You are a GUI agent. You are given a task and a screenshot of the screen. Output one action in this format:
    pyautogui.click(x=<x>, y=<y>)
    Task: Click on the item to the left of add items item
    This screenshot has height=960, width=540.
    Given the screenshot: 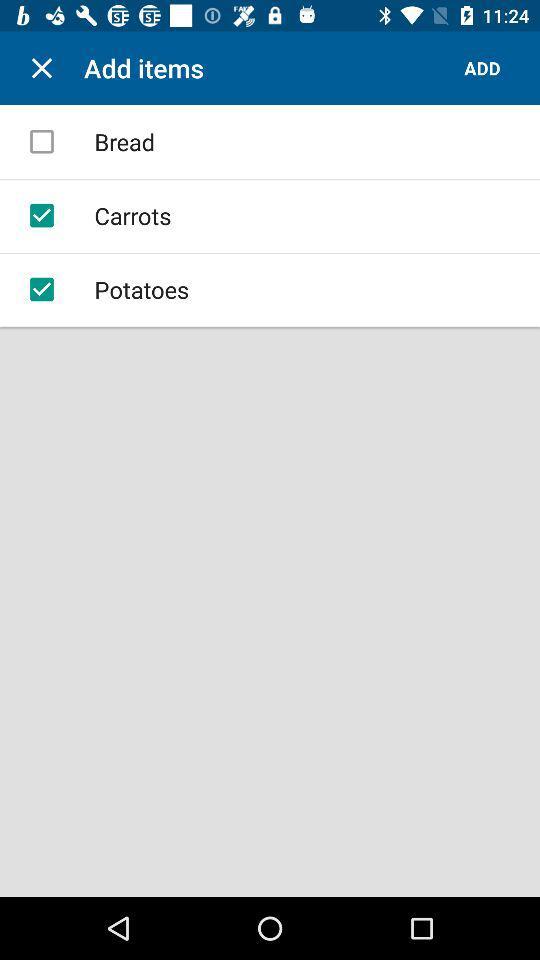 What is the action you would take?
    pyautogui.click(x=42, y=68)
    